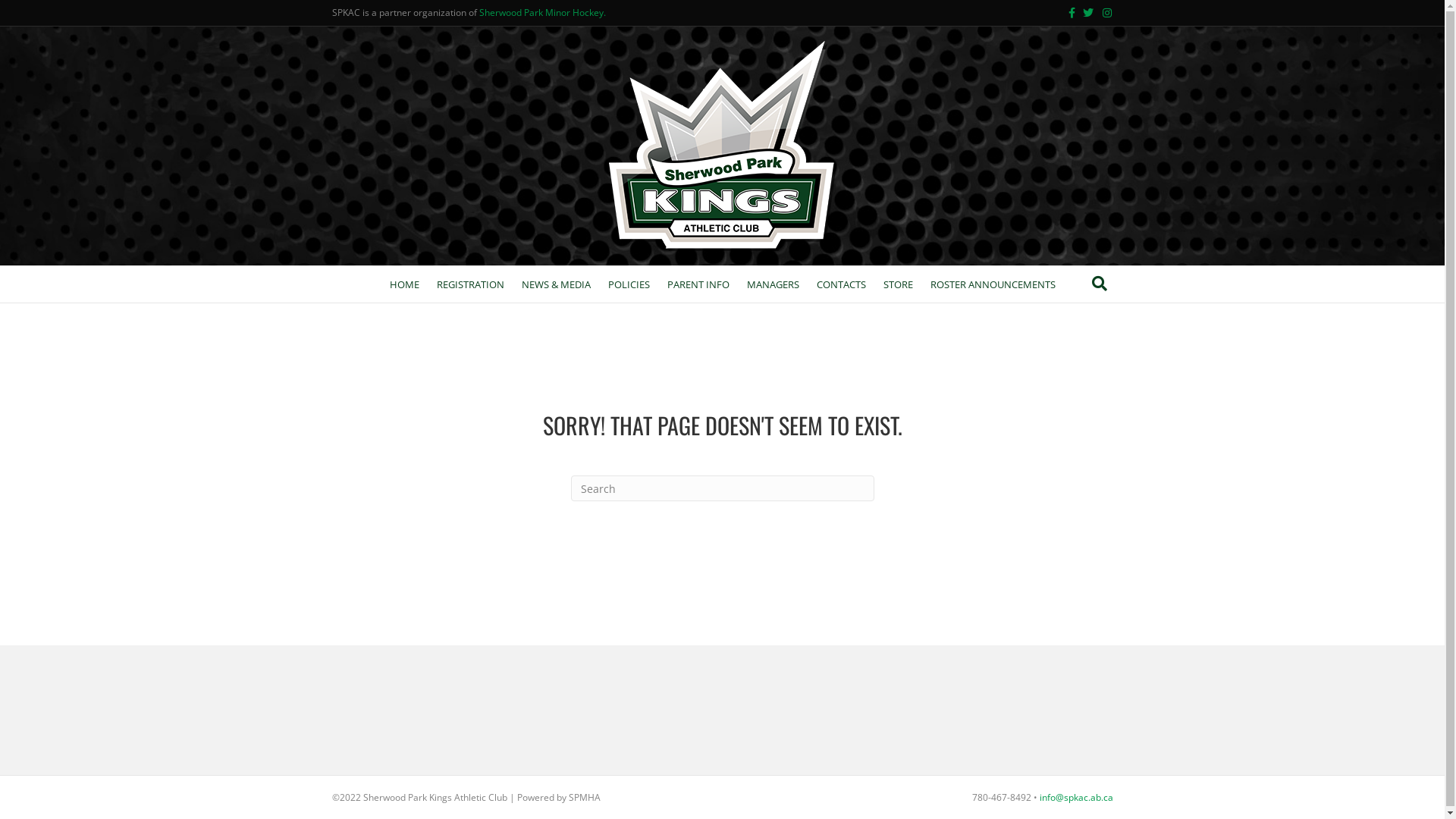 This screenshot has height=819, width=1456. What do you see at coordinates (1065, 11) in the screenshot?
I see `'Facebook'` at bounding box center [1065, 11].